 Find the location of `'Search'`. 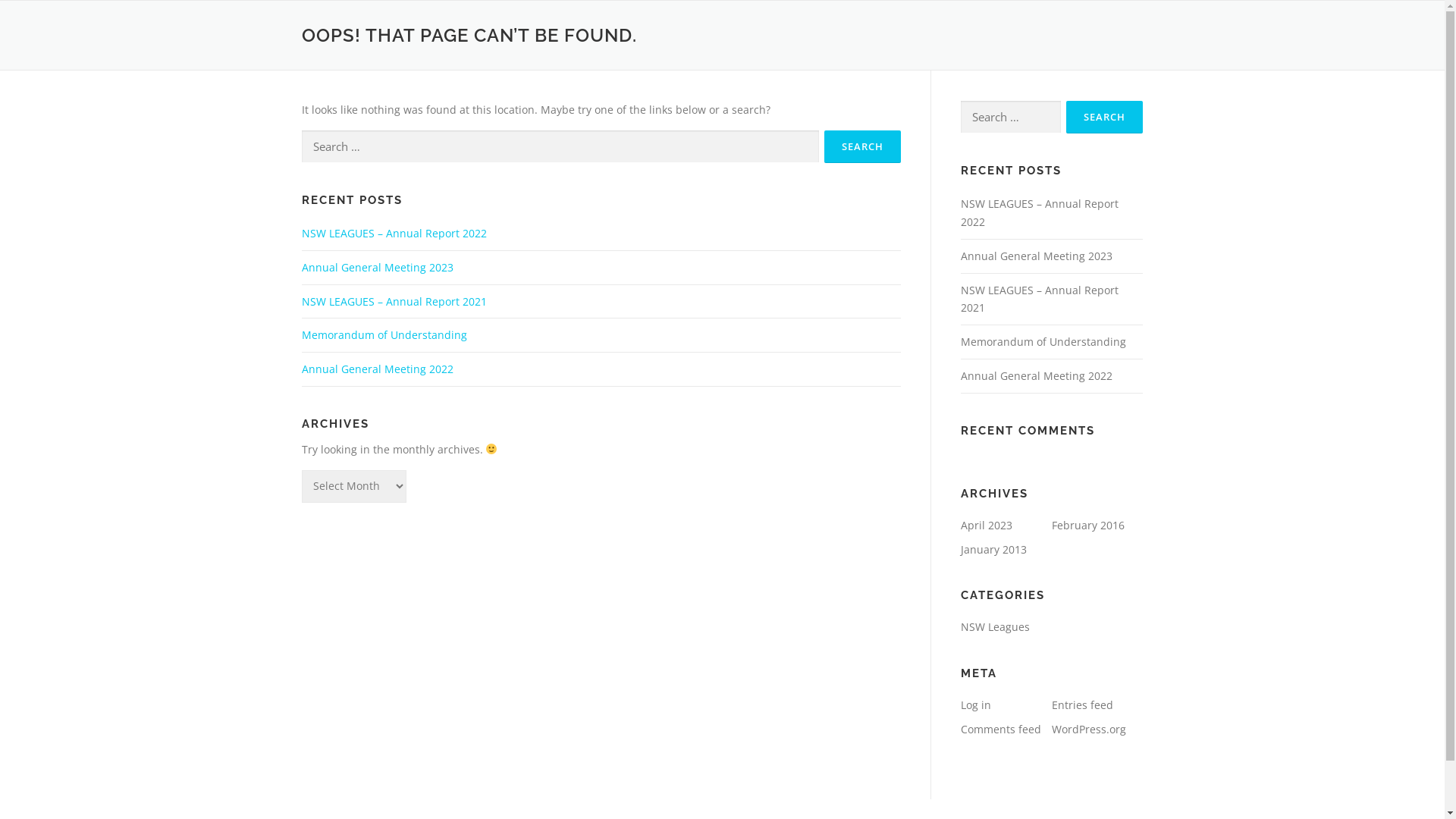

'Search' is located at coordinates (1104, 116).